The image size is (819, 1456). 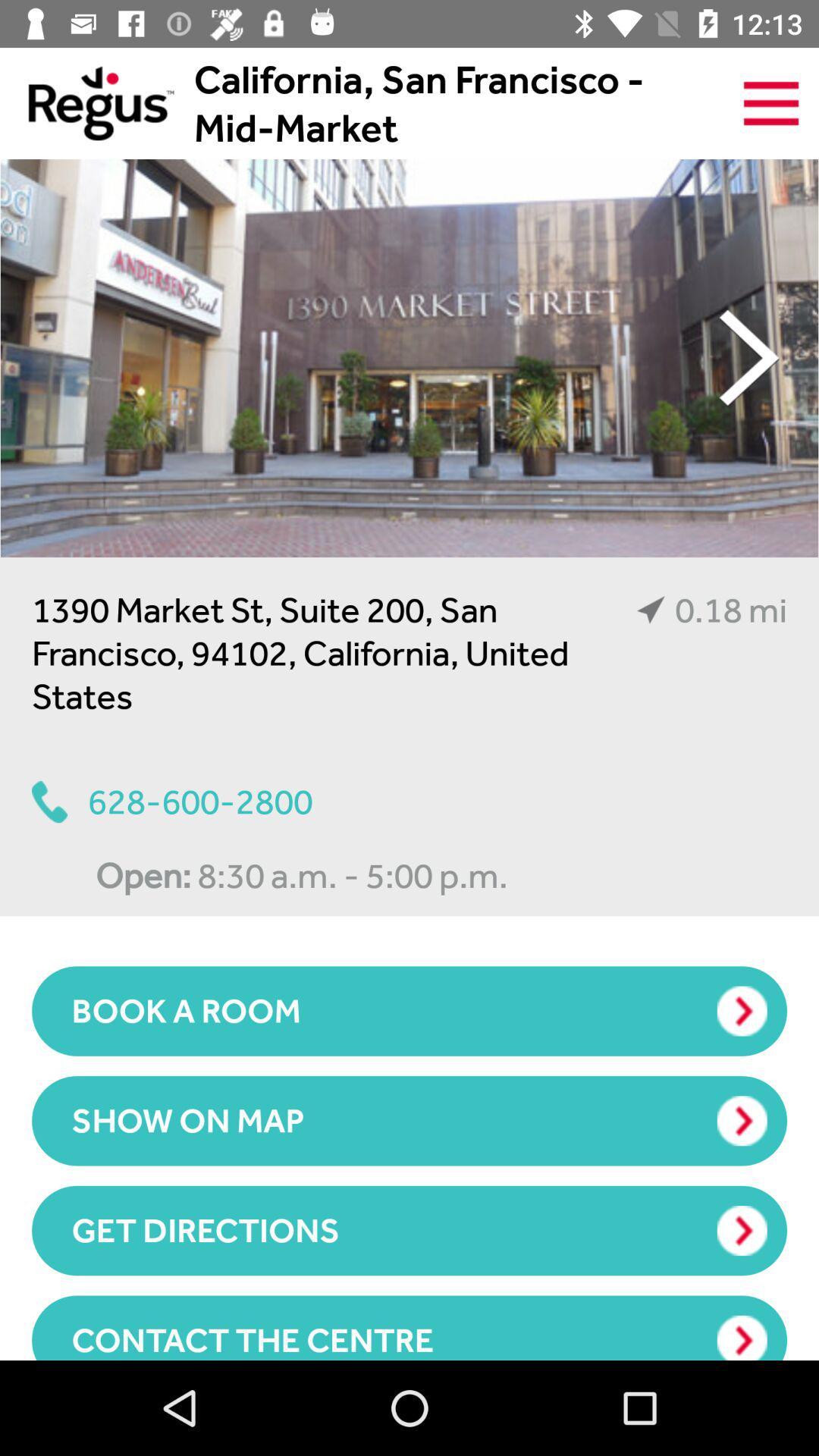 I want to click on the icon below the 1390 market st, so click(x=171, y=801).